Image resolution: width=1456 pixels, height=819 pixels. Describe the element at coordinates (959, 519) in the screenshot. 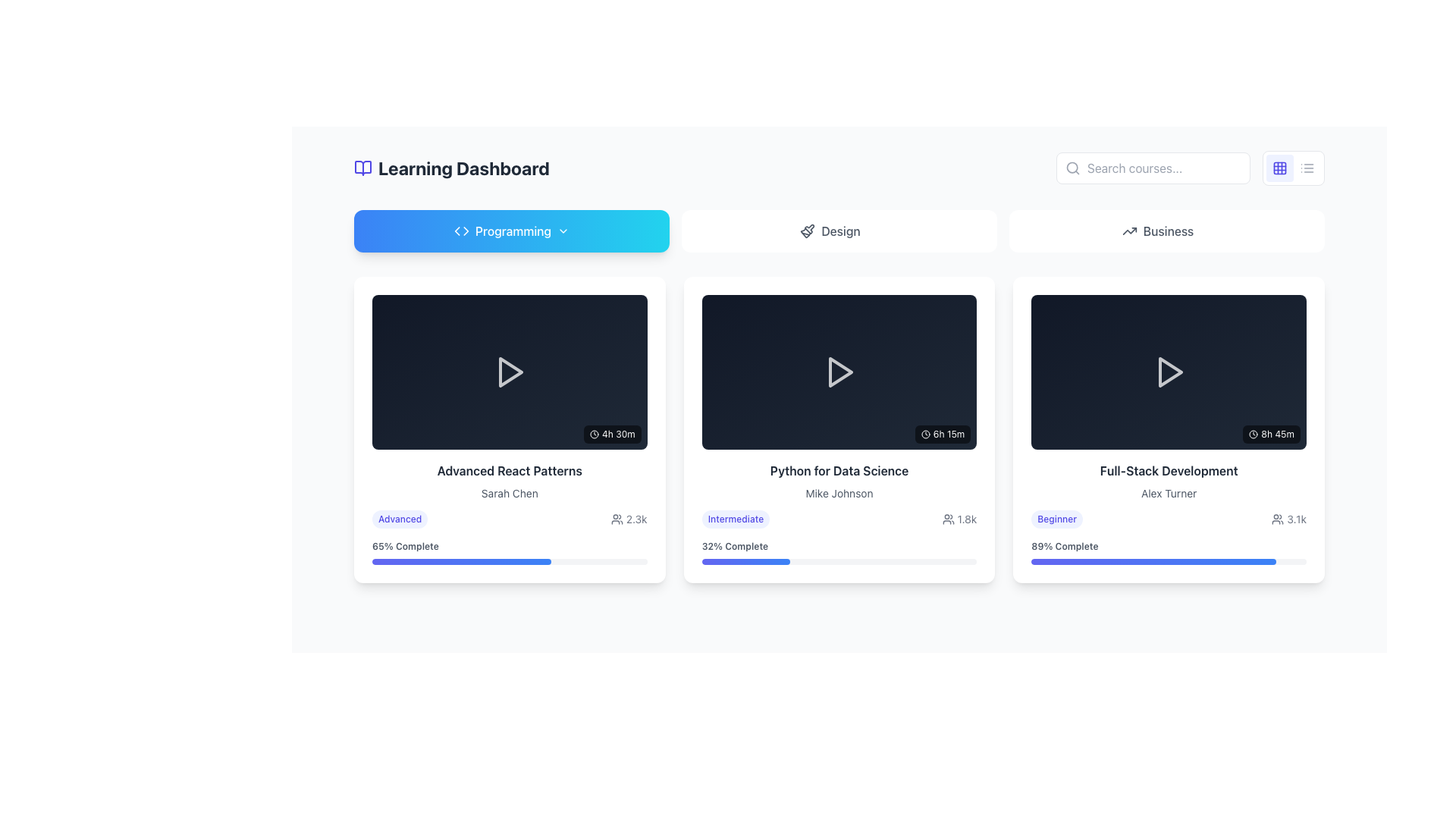

I see `the textual display of '1.8k' styled in gray color, located in the bottom-right corner of the 'Python for Data Science' card, next to the 'Intermediate' label` at that location.